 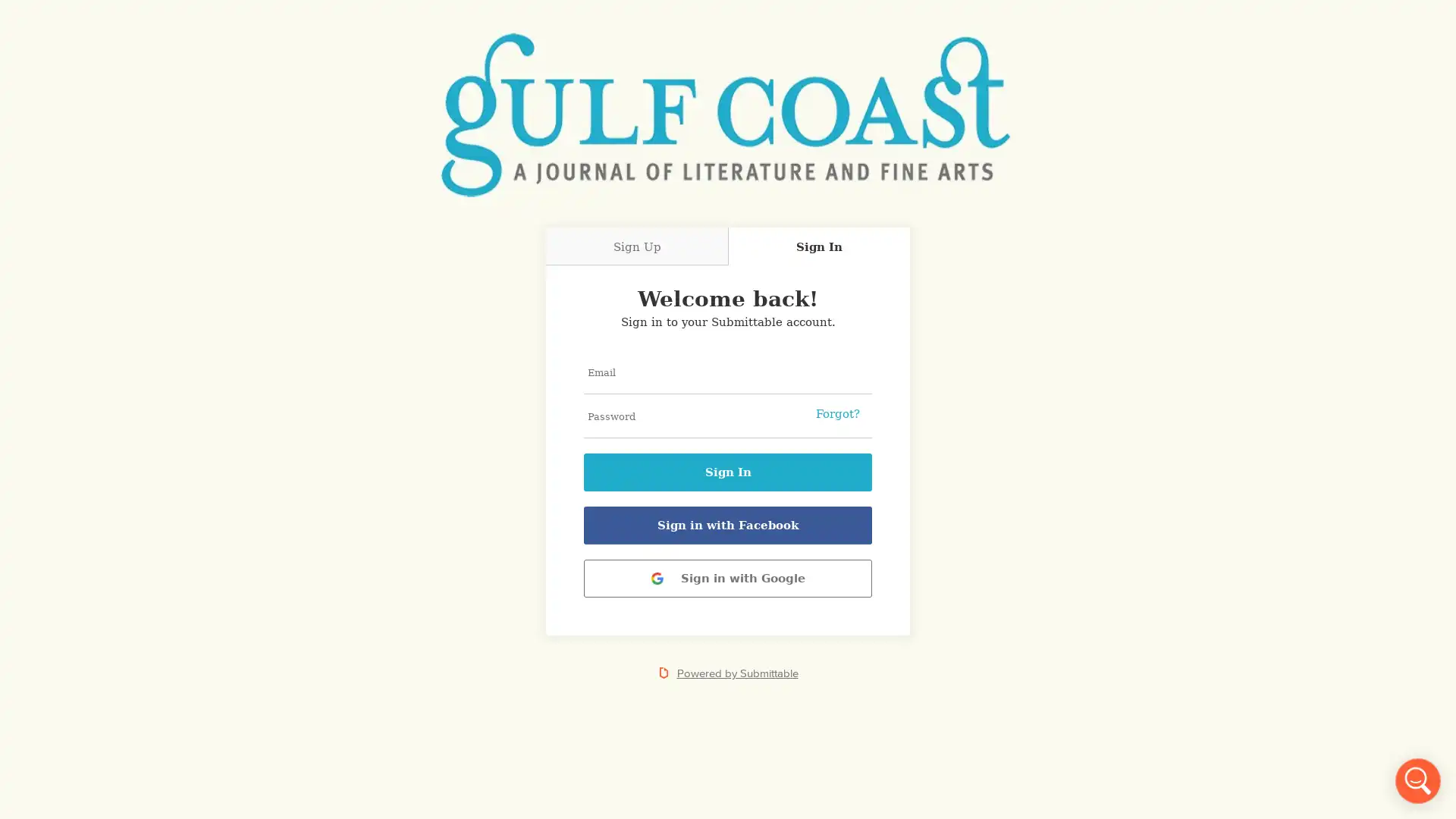 What do you see at coordinates (728, 525) in the screenshot?
I see `Sign in with Facebook` at bounding box center [728, 525].